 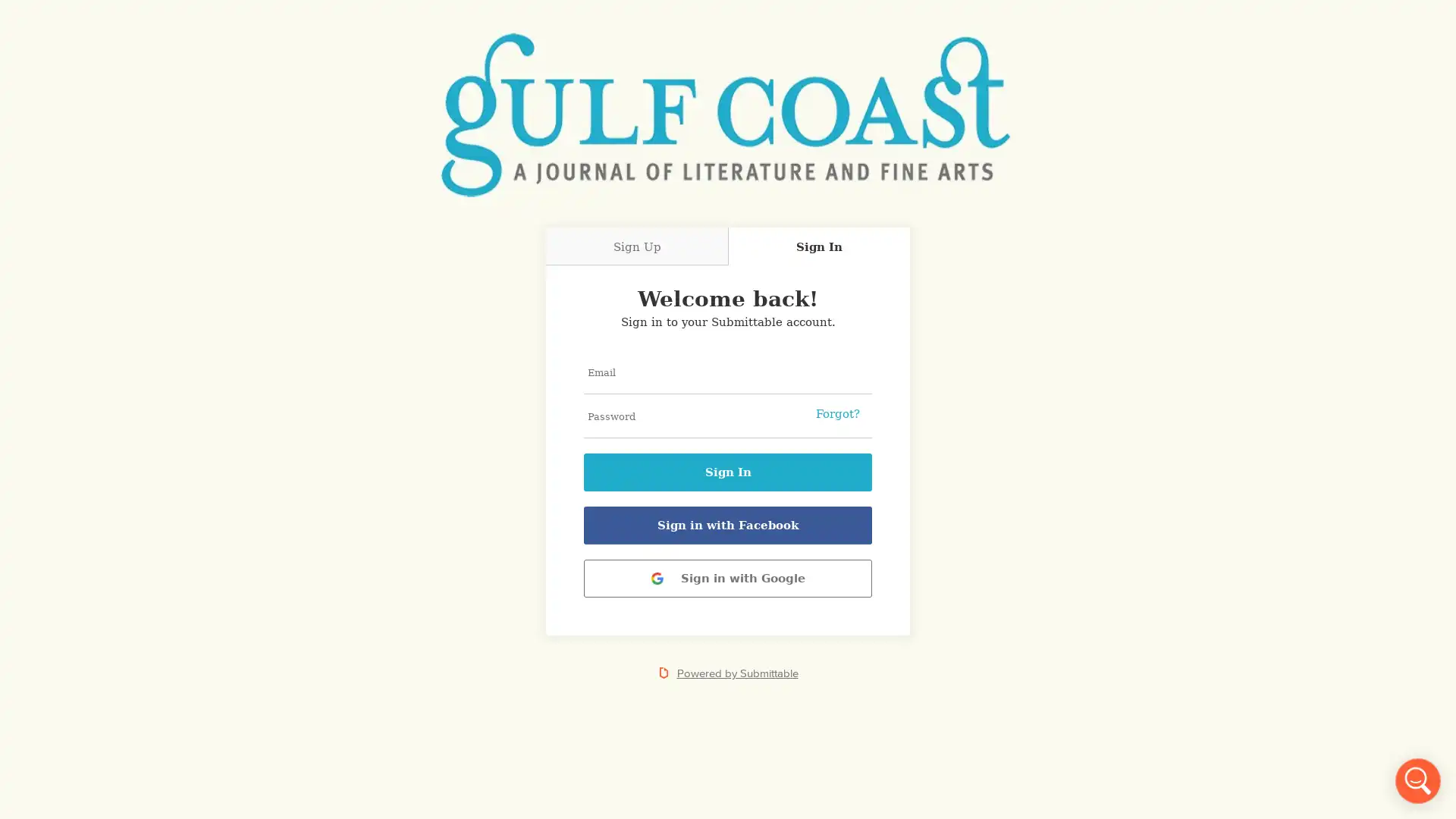 What do you see at coordinates (728, 525) in the screenshot?
I see `Sign in with Facebook` at bounding box center [728, 525].